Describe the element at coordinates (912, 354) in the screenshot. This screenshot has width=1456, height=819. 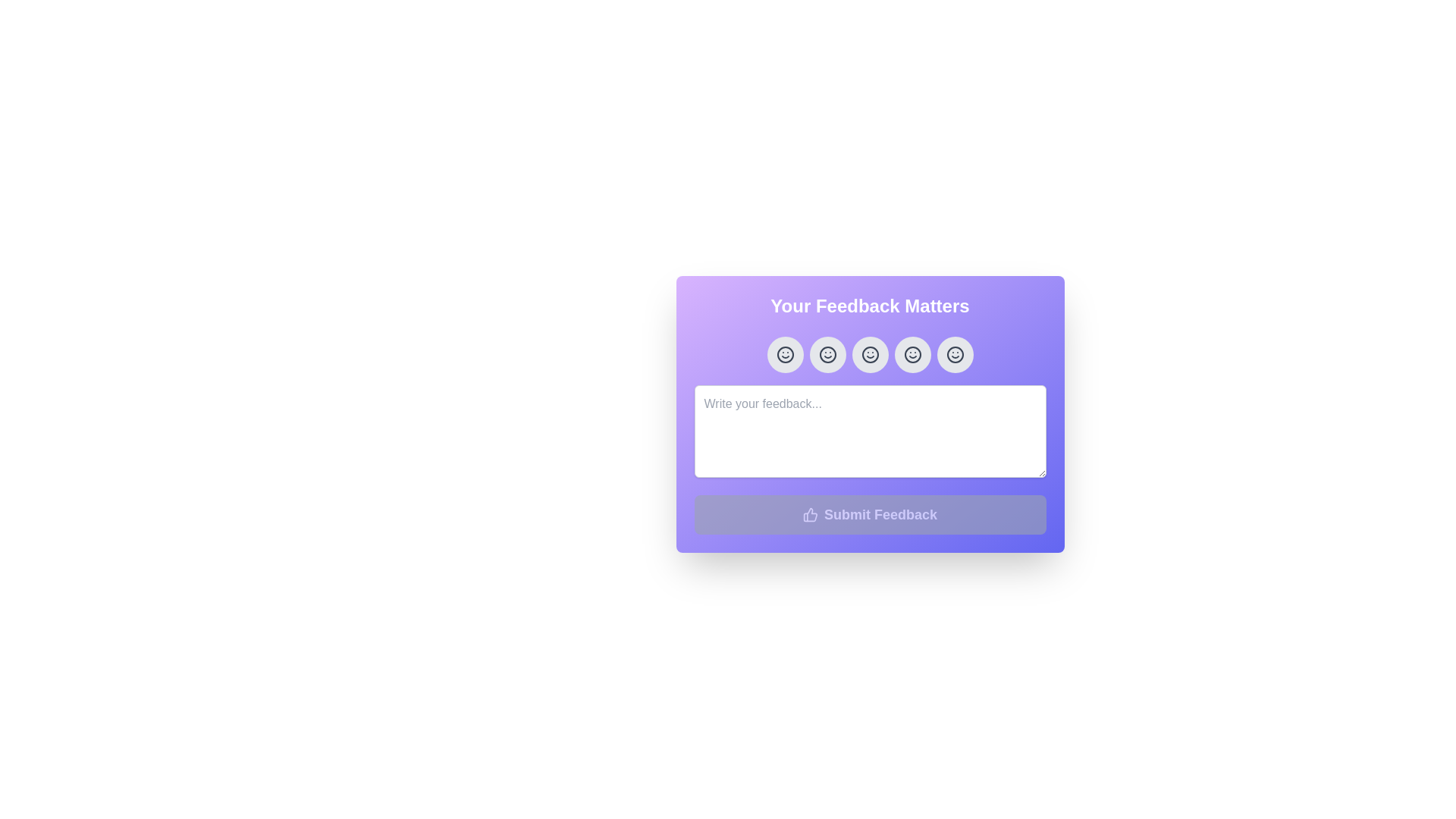
I see `the fourth button in a row of five circular buttons` at that location.